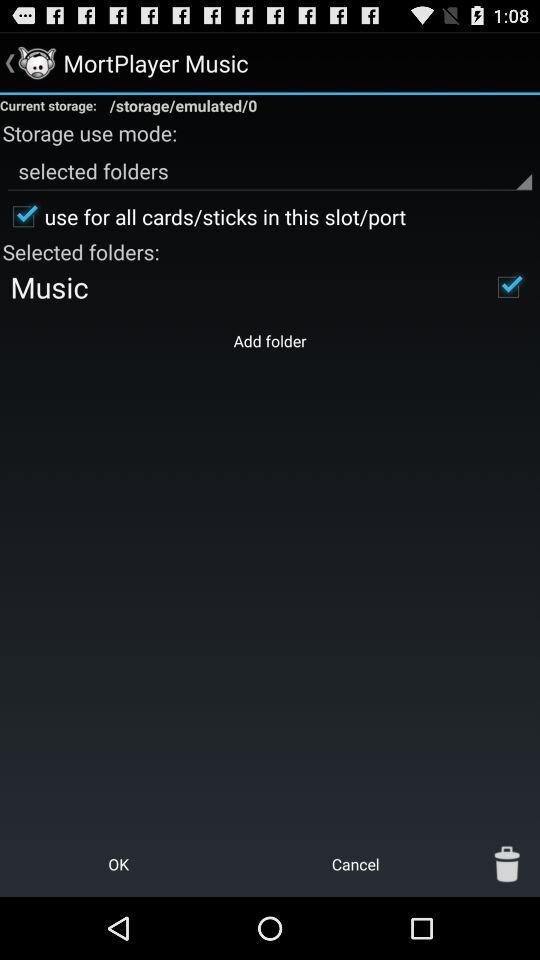 The width and height of the screenshot is (540, 960). What do you see at coordinates (507, 924) in the screenshot?
I see `the delete icon` at bounding box center [507, 924].